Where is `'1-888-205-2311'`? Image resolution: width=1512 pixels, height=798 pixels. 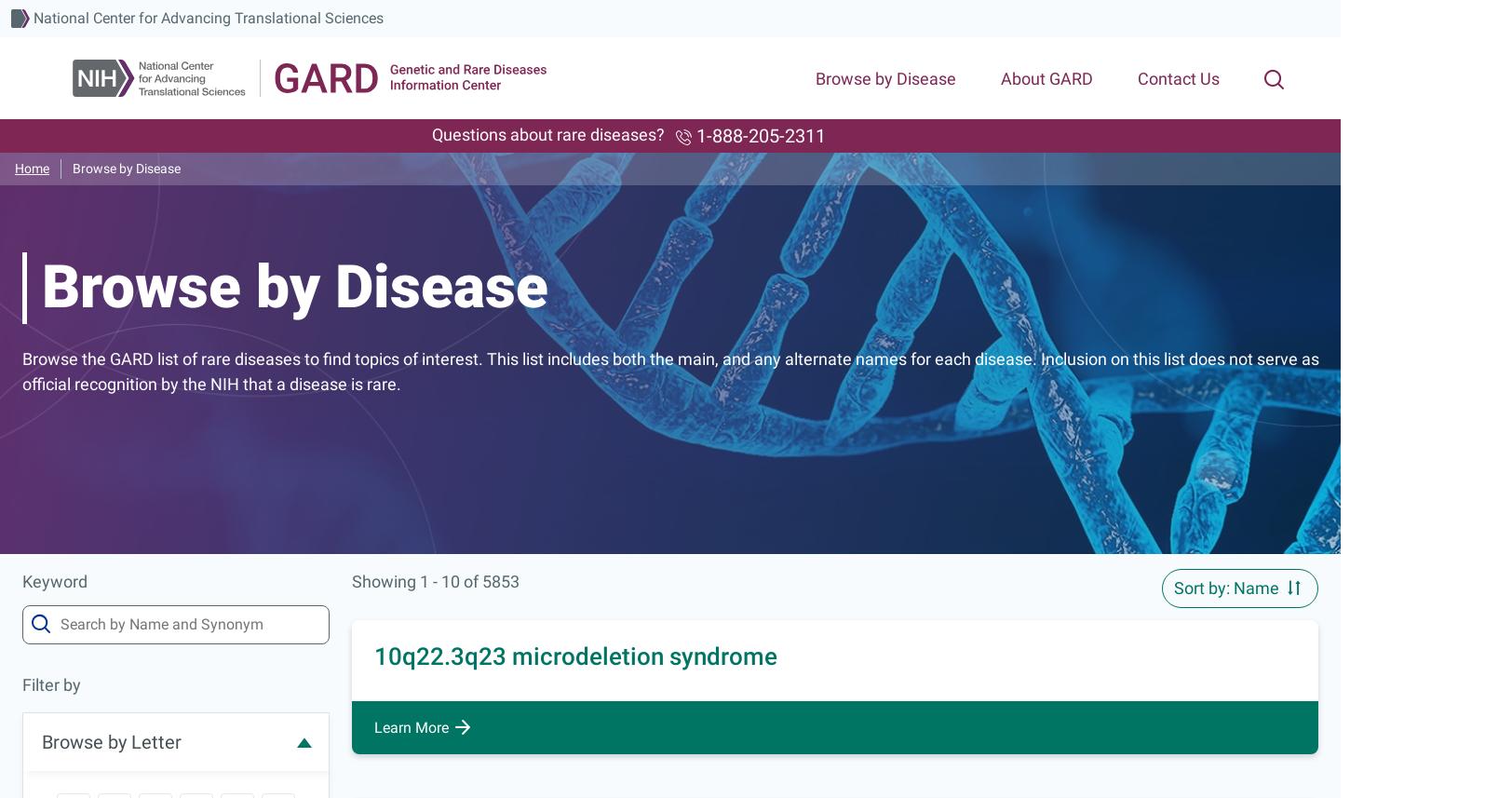 '1-888-205-2311' is located at coordinates (757, 135).